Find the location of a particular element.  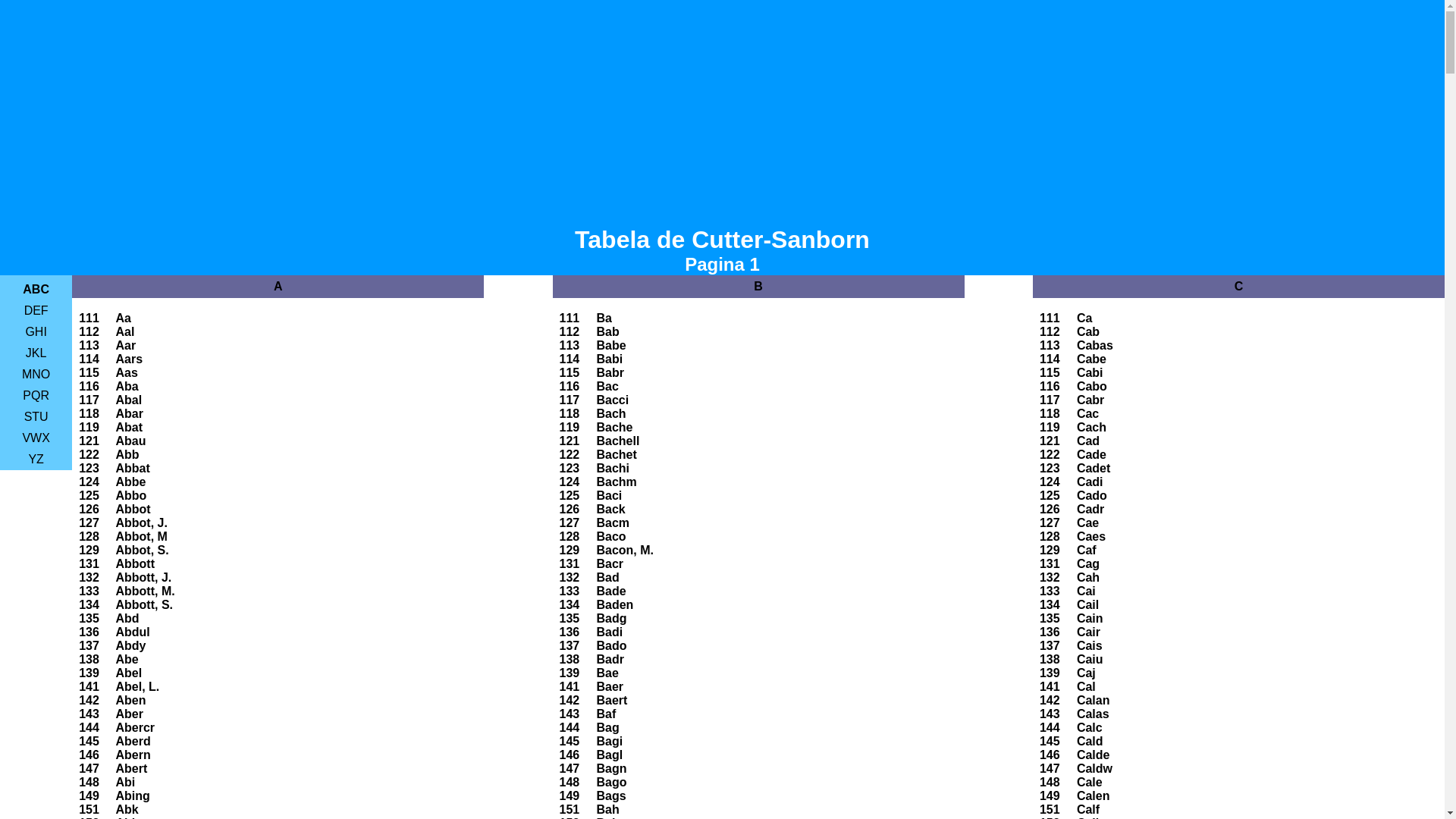

'DEF' is located at coordinates (36, 309).